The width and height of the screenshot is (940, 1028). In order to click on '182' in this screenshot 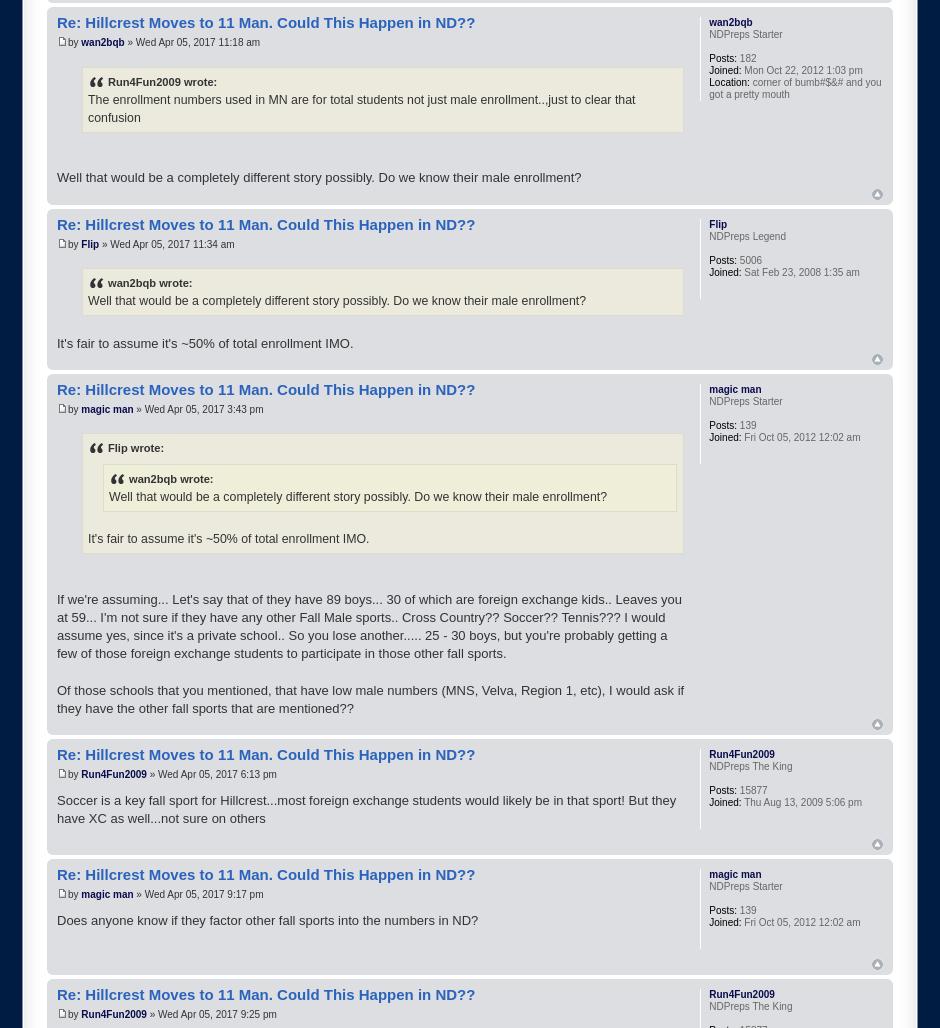, I will do `click(745, 58)`.